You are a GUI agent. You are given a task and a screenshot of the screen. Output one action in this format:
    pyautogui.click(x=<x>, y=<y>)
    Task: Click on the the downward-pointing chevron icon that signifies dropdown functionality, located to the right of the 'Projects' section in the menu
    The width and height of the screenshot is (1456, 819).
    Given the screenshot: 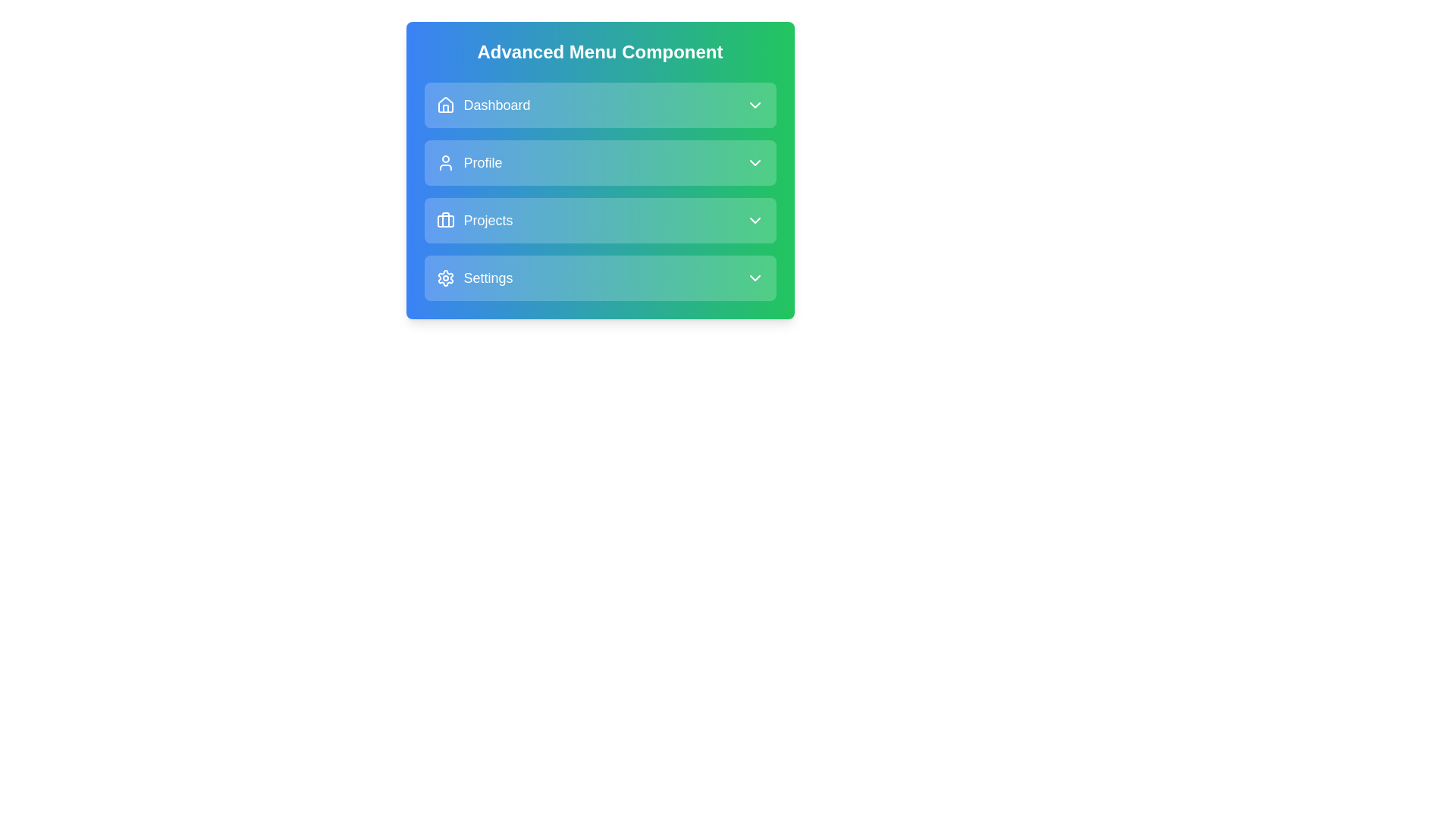 What is the action you would take?
    pyautogui.click(x=755, y=220)
    